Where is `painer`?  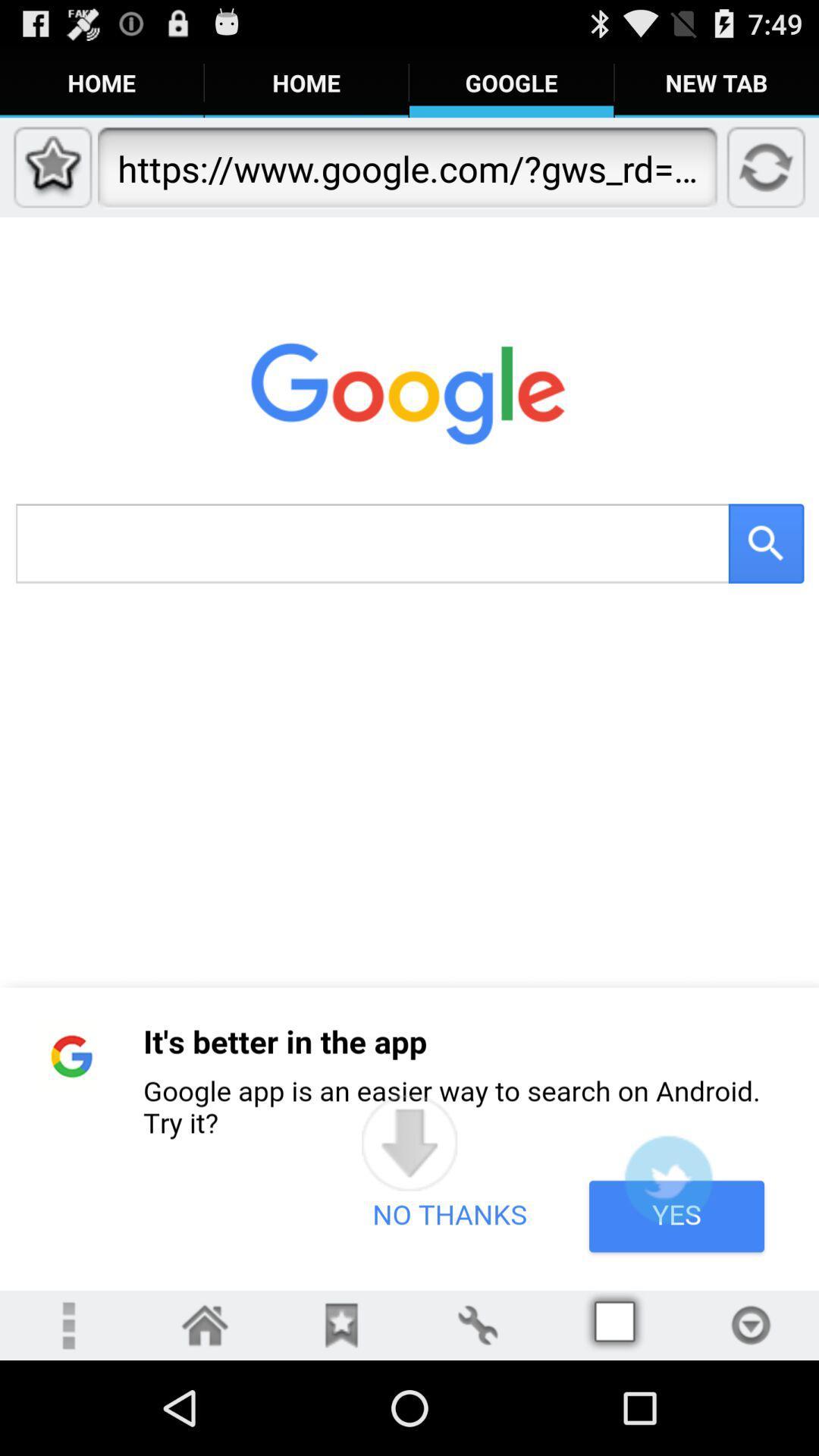
painer is located at coordinates (476, 1324).